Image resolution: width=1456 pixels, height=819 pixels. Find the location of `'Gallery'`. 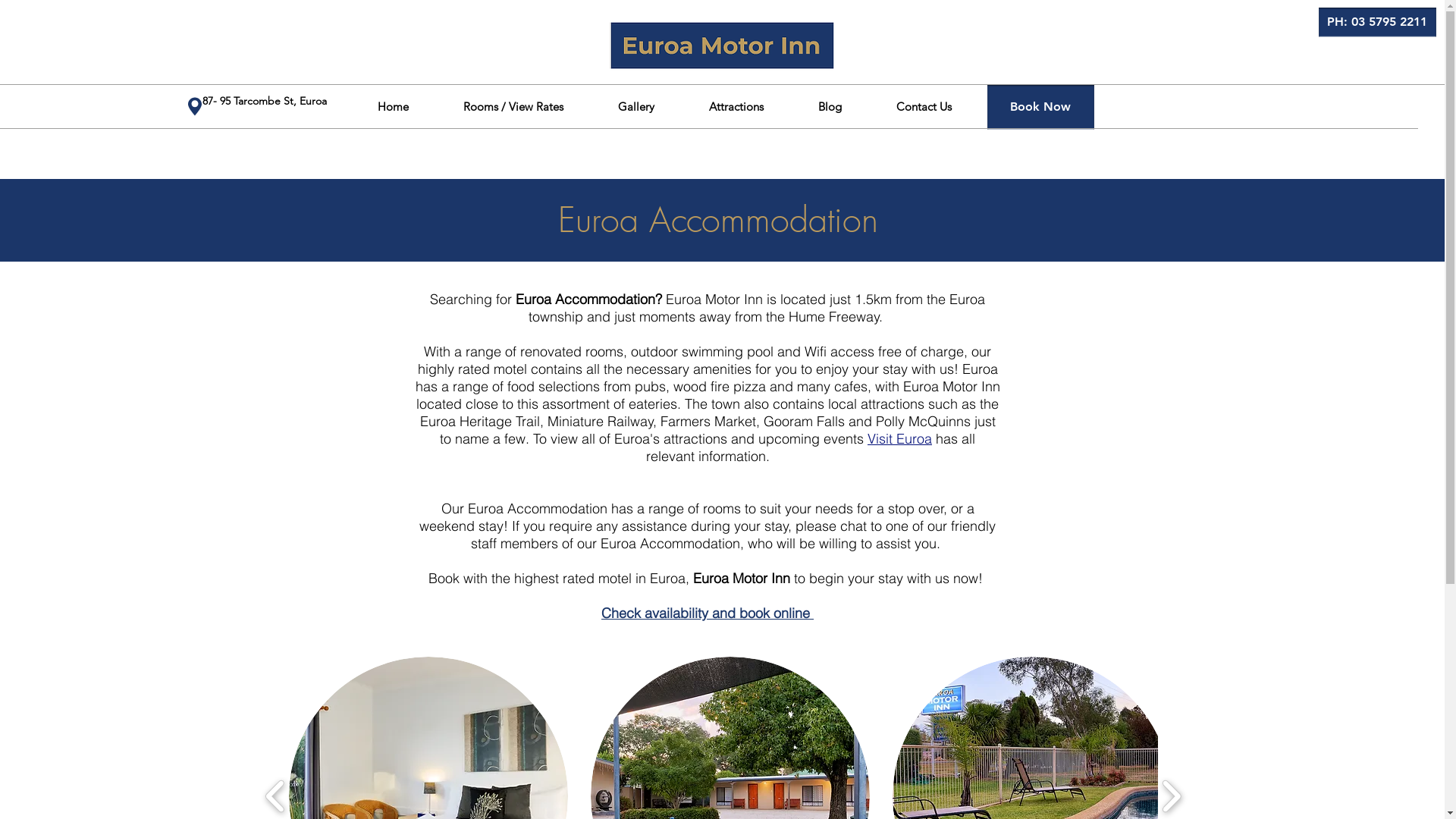

'Gallery' is located at coordinates (635, 105).